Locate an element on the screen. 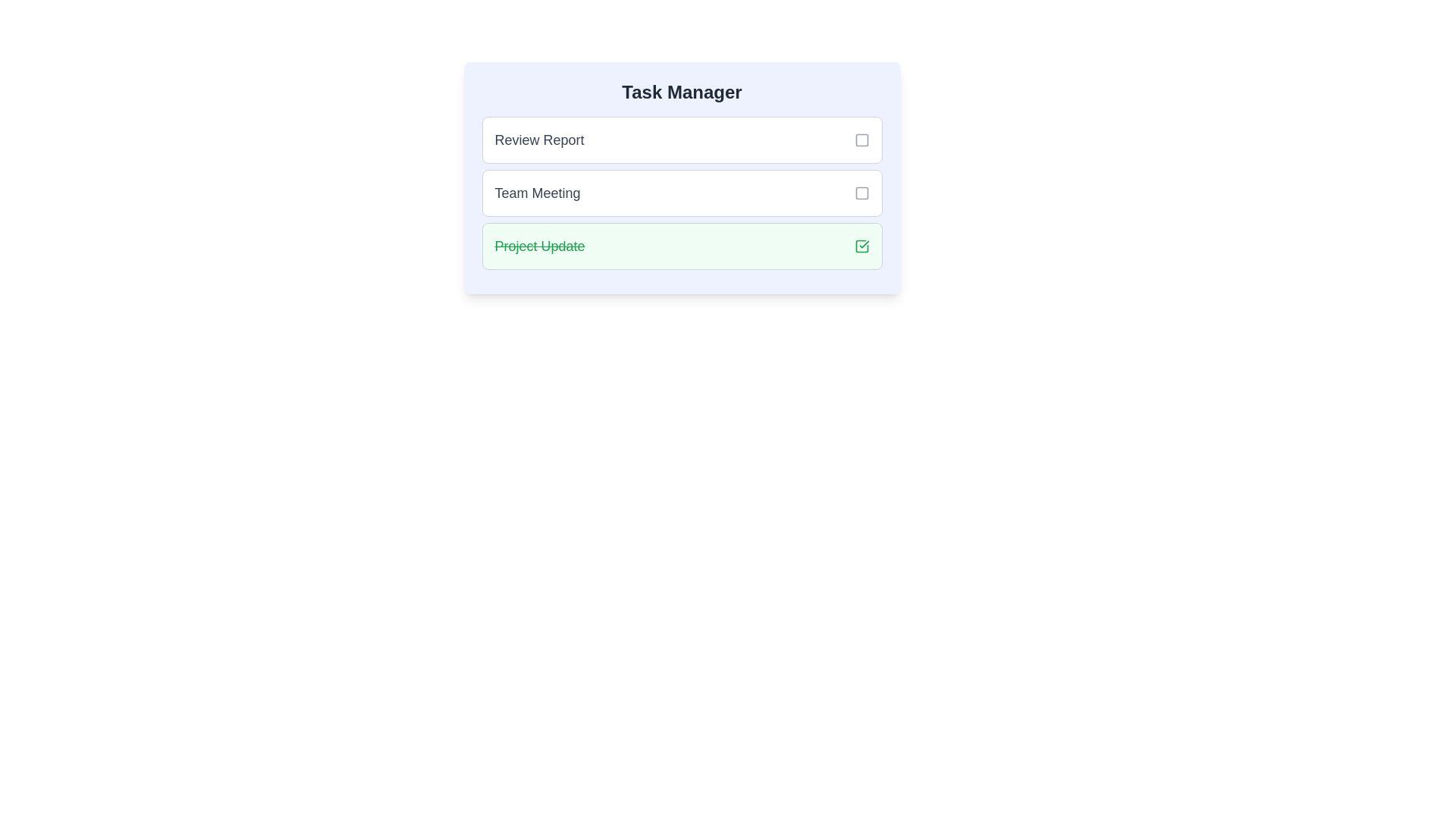  the graphical frame serving as a visual boundary for the checkmark symbol, located at the far-right of the third row in the 'Task Manager' interface, adjacent to the green-highlighted 'Project Update' label is located at coordinates (861, 245).